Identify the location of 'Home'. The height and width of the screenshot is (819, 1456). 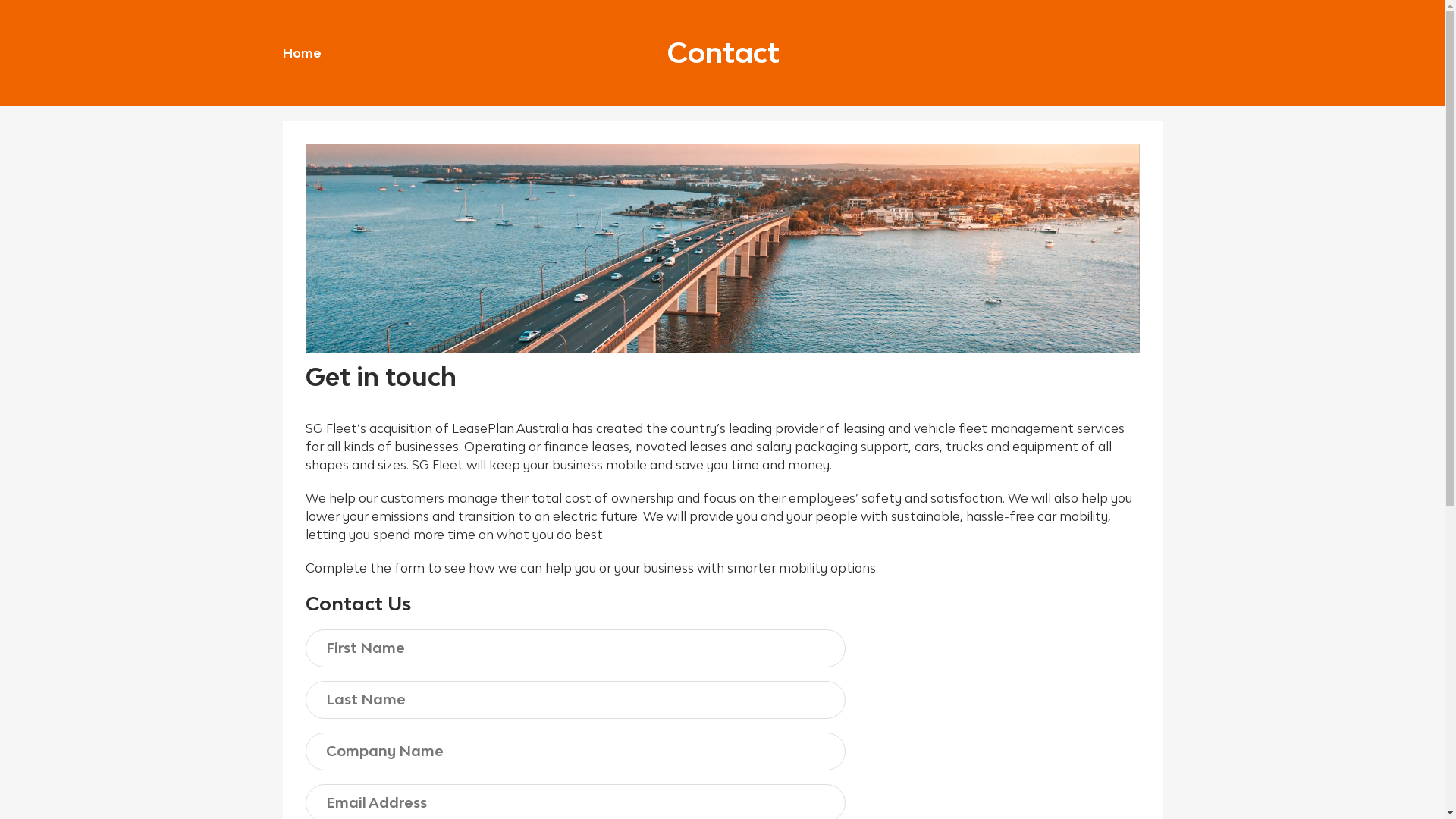
(301, 52).